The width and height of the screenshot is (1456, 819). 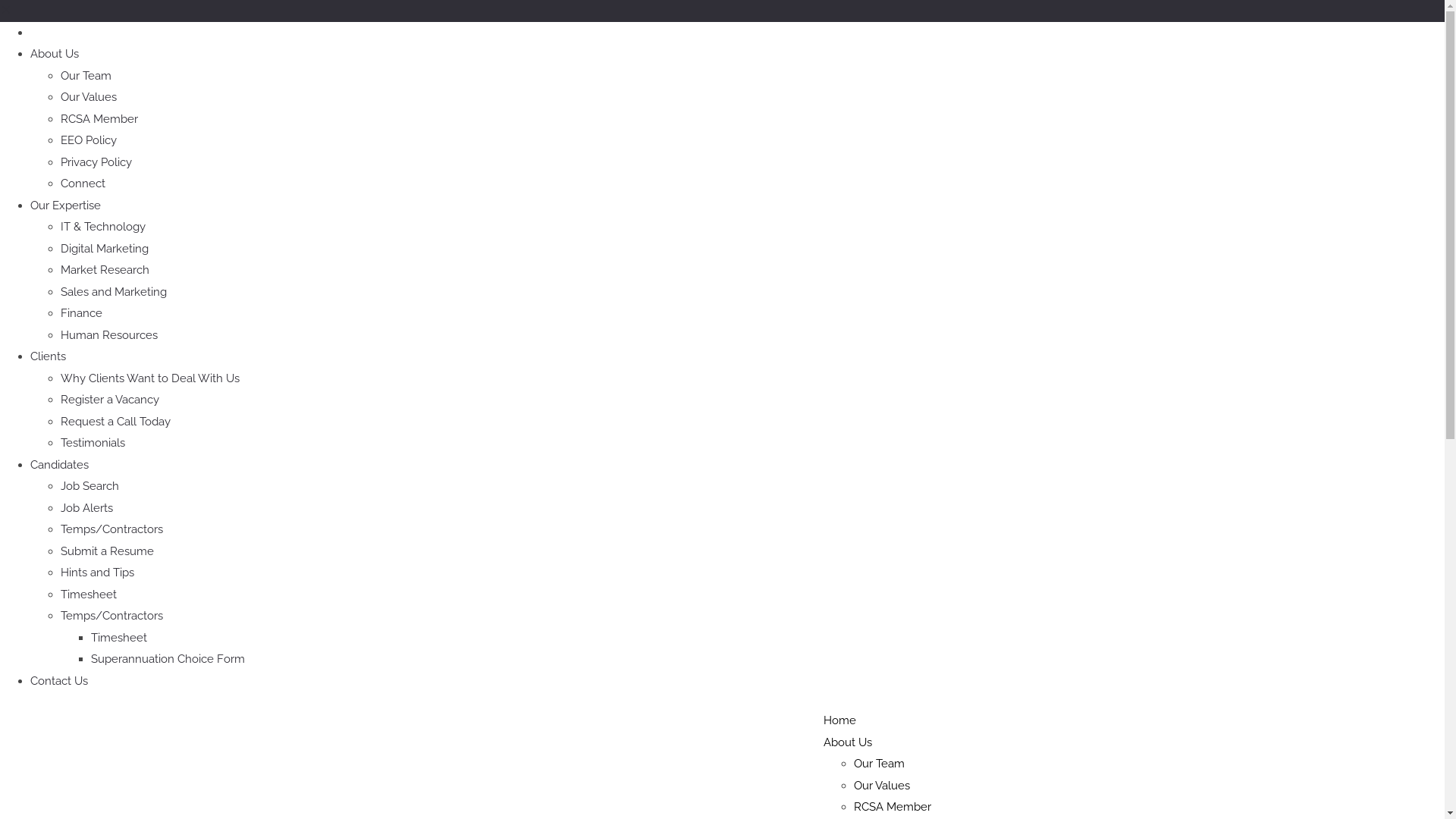 I want to click on 'Why Clients Want to Deal With Us', so click(x=149, y=377).